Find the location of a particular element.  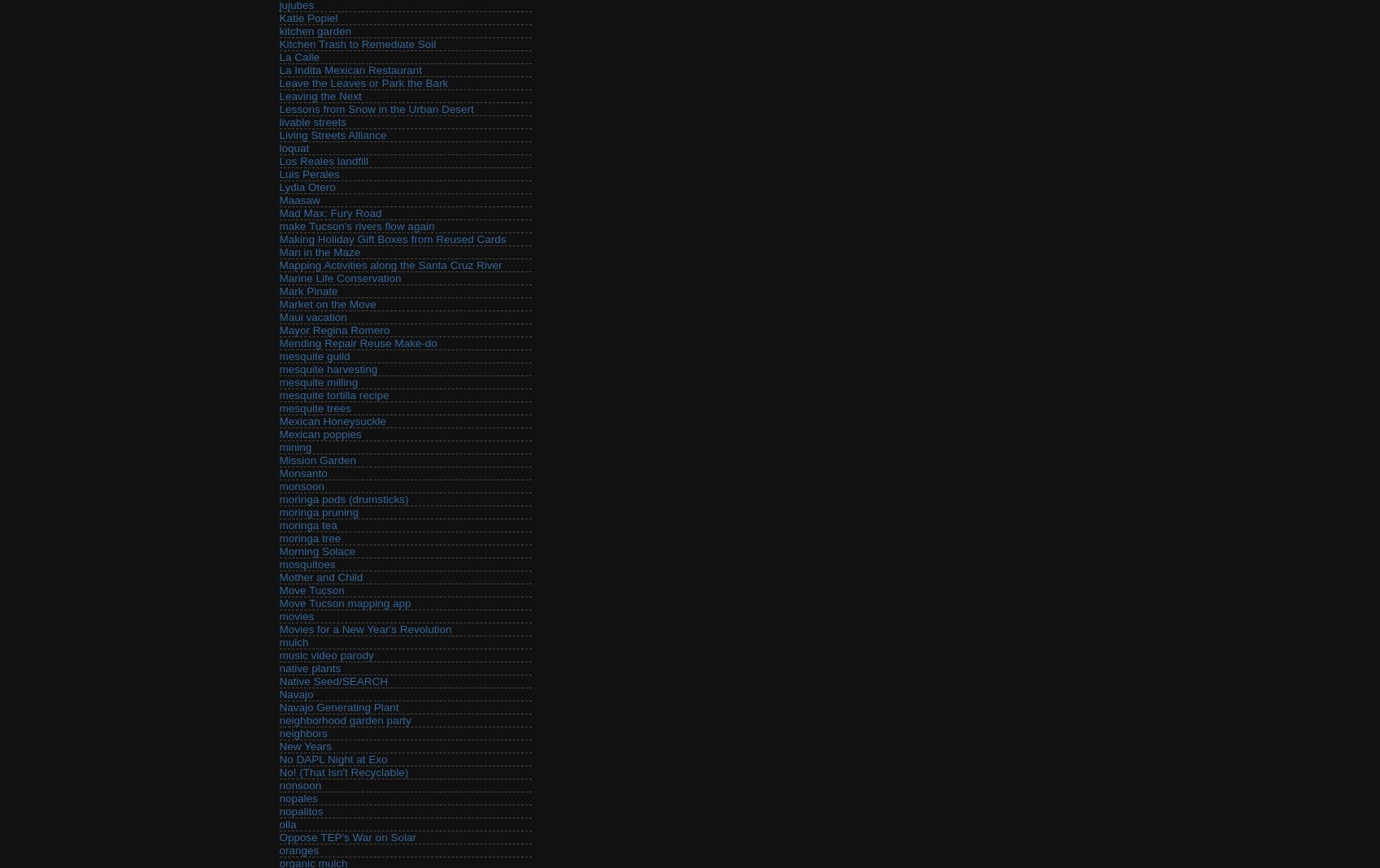

'movies' is located at coordinates (296, 616).